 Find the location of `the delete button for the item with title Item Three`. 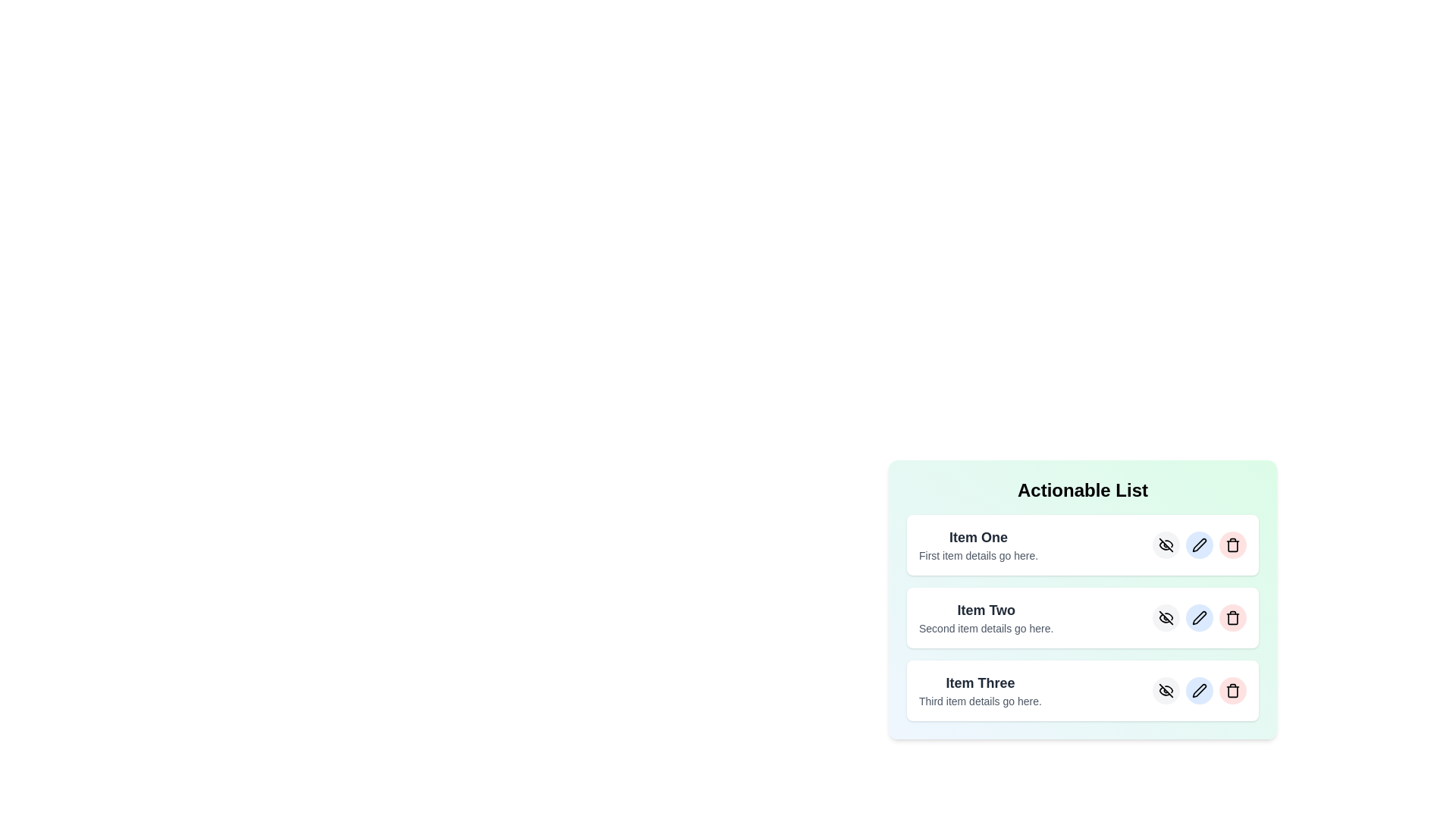

the delete button for the item with title Item Three is located at coordinates (1233, 690).